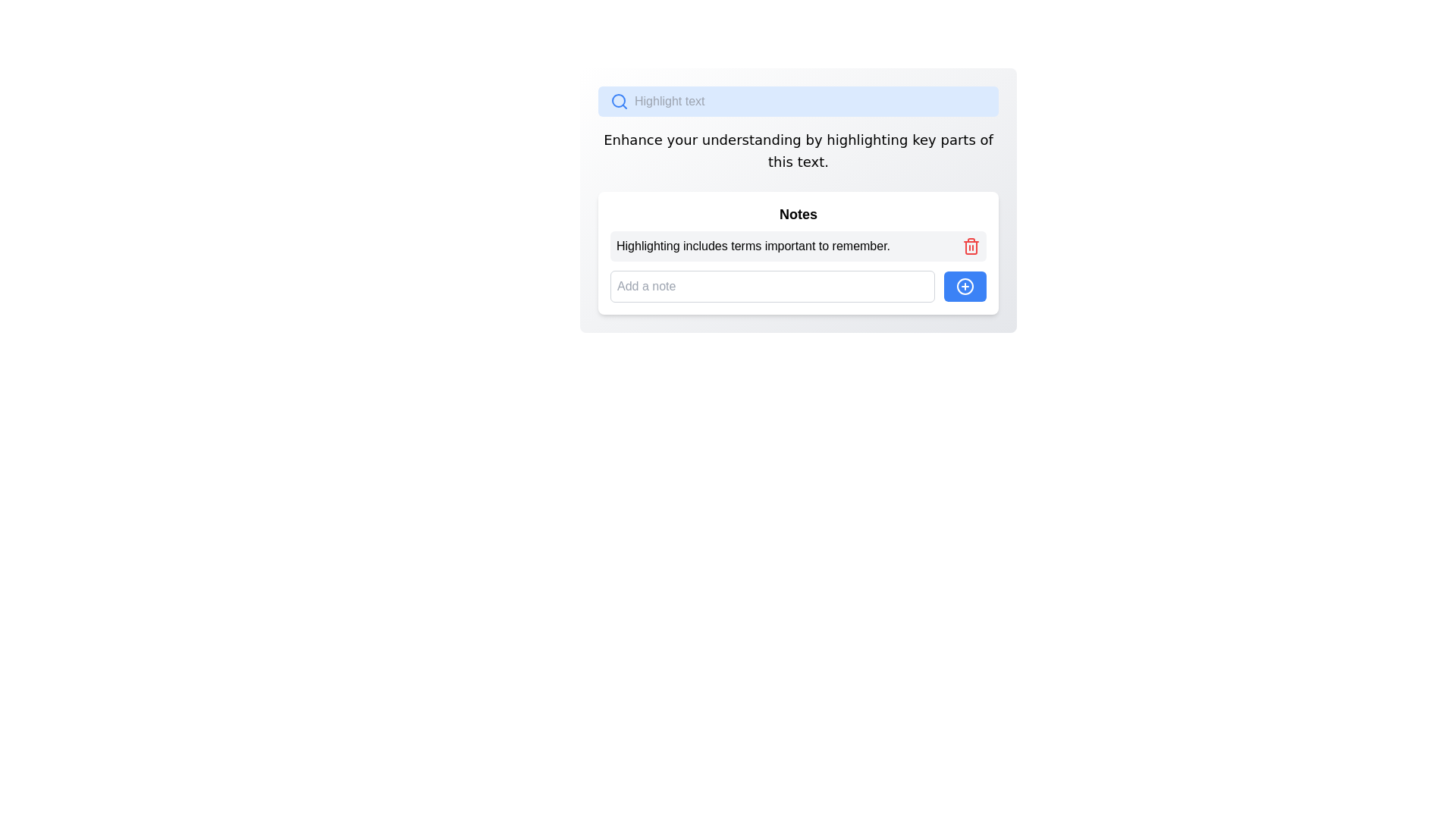 The height and width of the screenshot is (819, 1456). I want to click on the text character in the word 'highlighting' located in the sentence 'Enhance your understanding by highlighting key parts of this text.', so click(836, 140).